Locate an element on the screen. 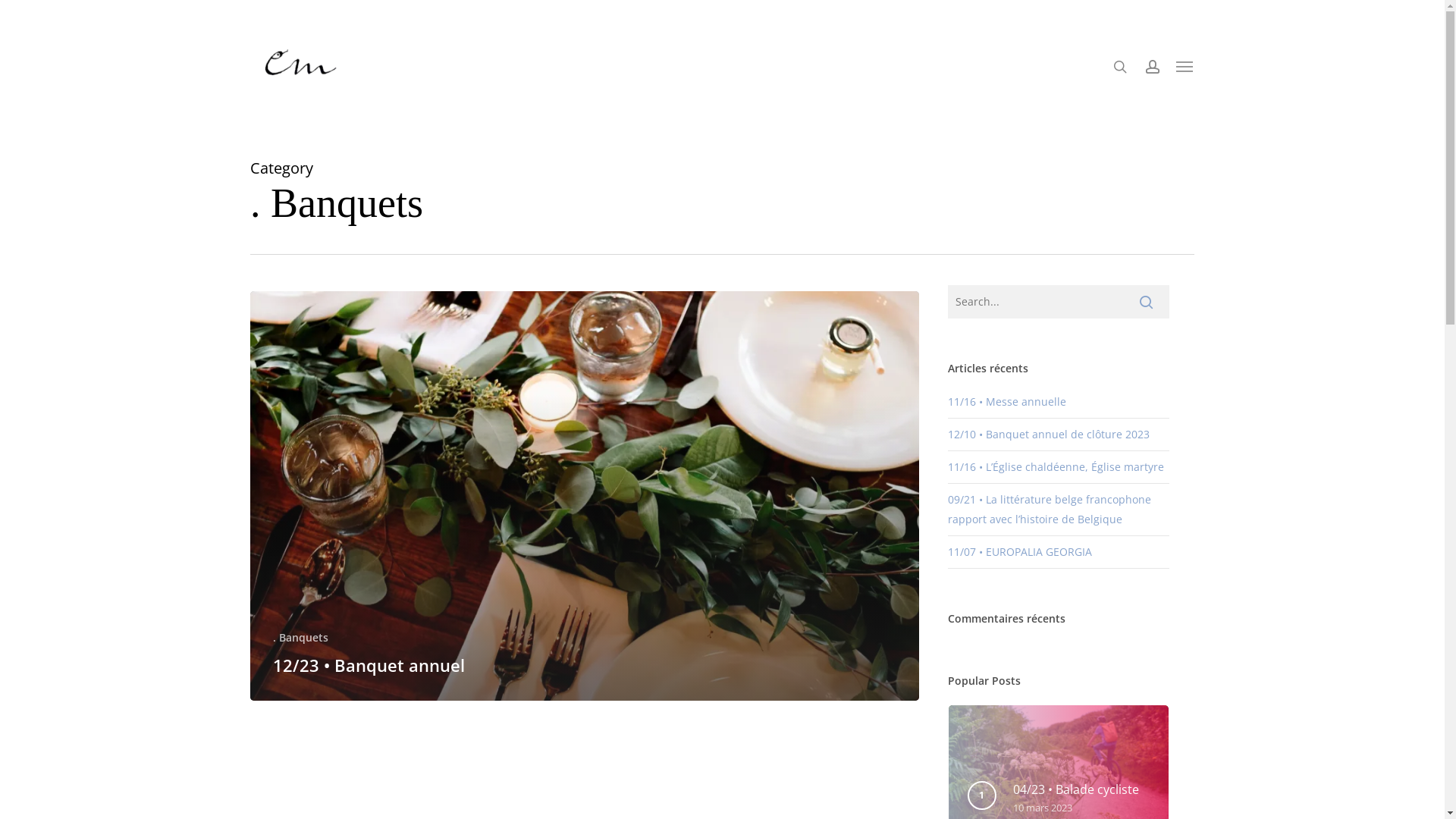  'account' is located at coordinates (1153, 66).